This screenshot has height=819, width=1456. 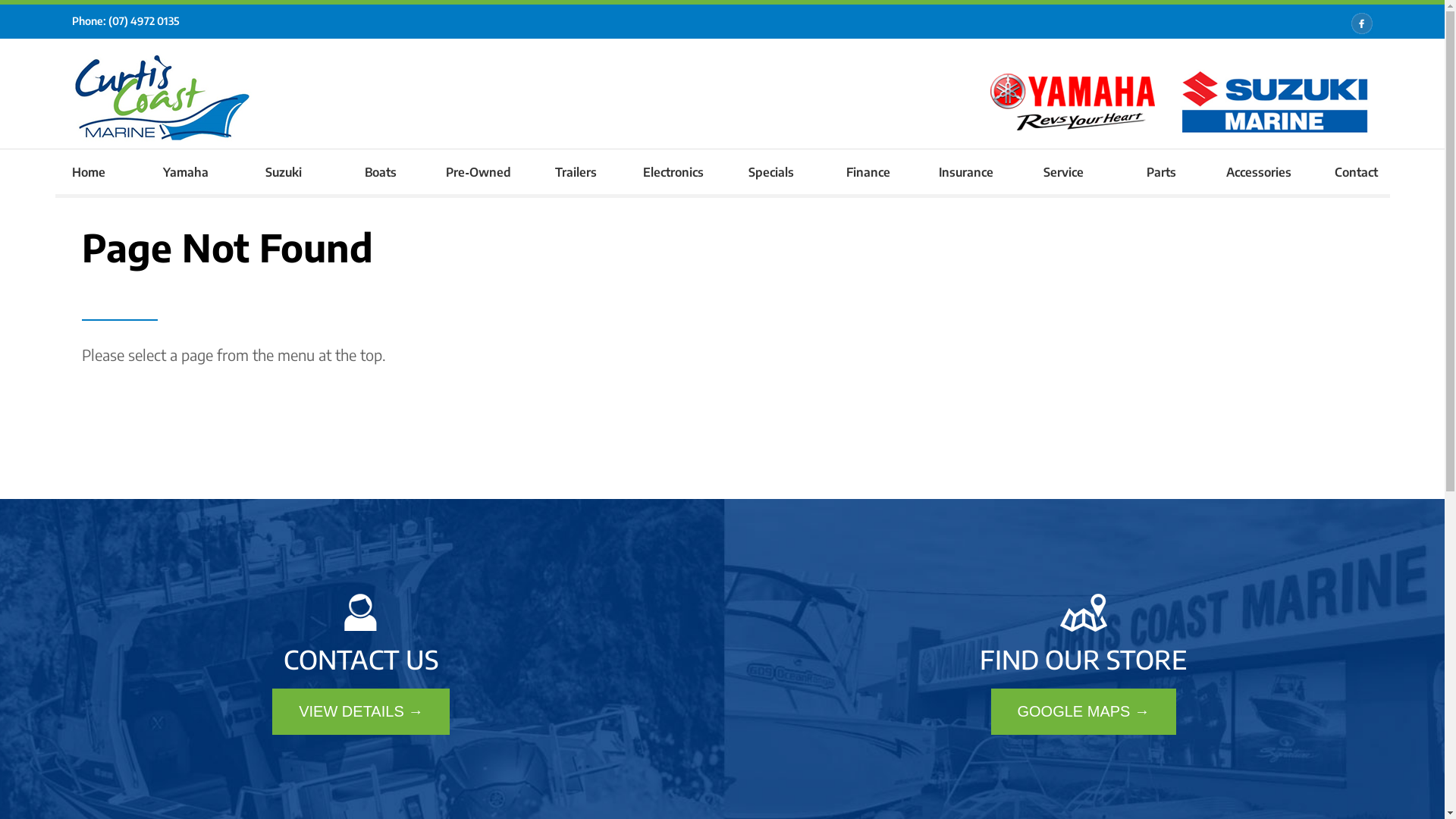 What do you see at coordinates (87, 171) in the screenshot?
I see `'Home'` at bounding box center [87, 171].